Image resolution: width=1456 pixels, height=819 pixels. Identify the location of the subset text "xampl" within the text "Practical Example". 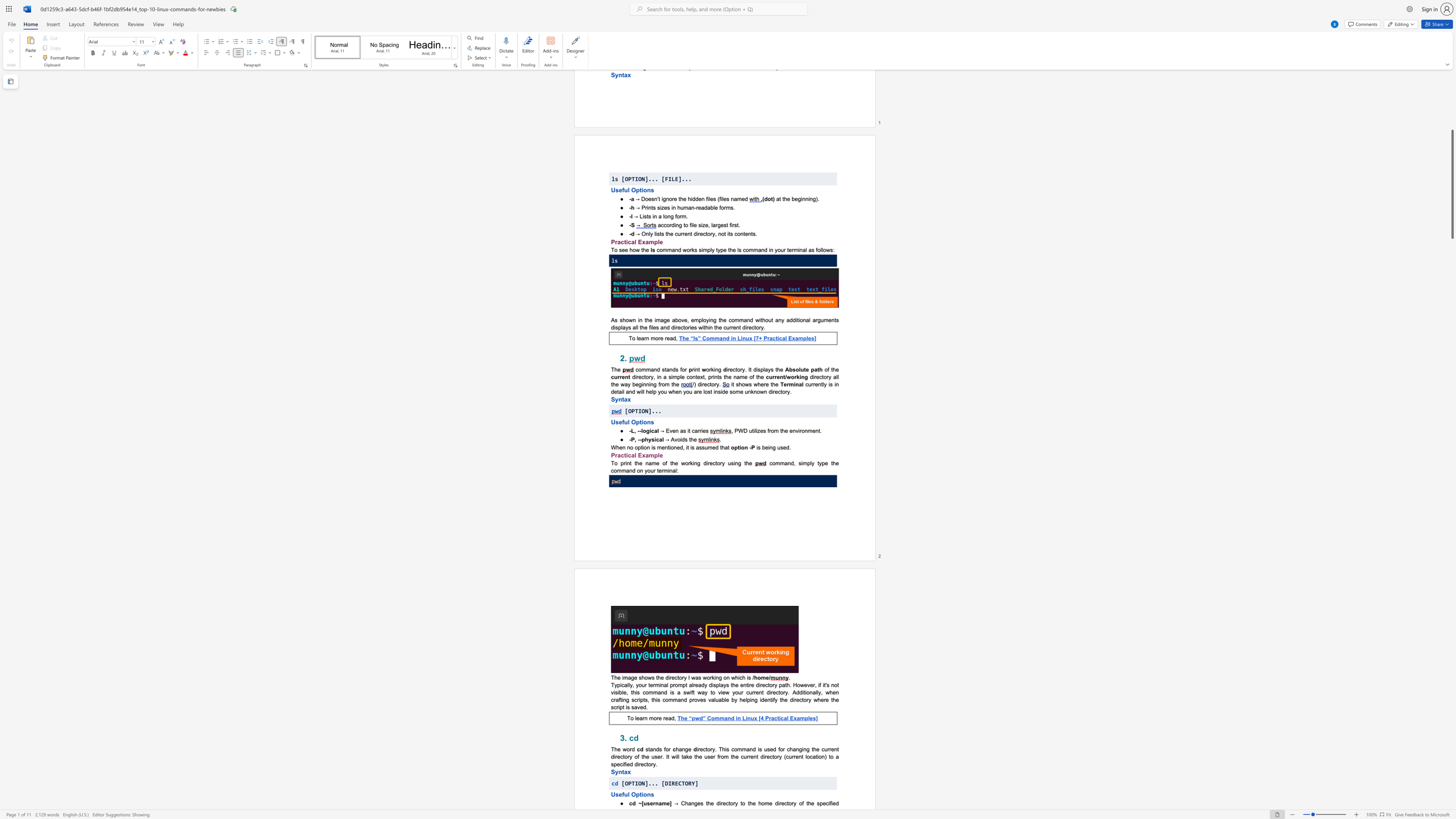
(641, 455).